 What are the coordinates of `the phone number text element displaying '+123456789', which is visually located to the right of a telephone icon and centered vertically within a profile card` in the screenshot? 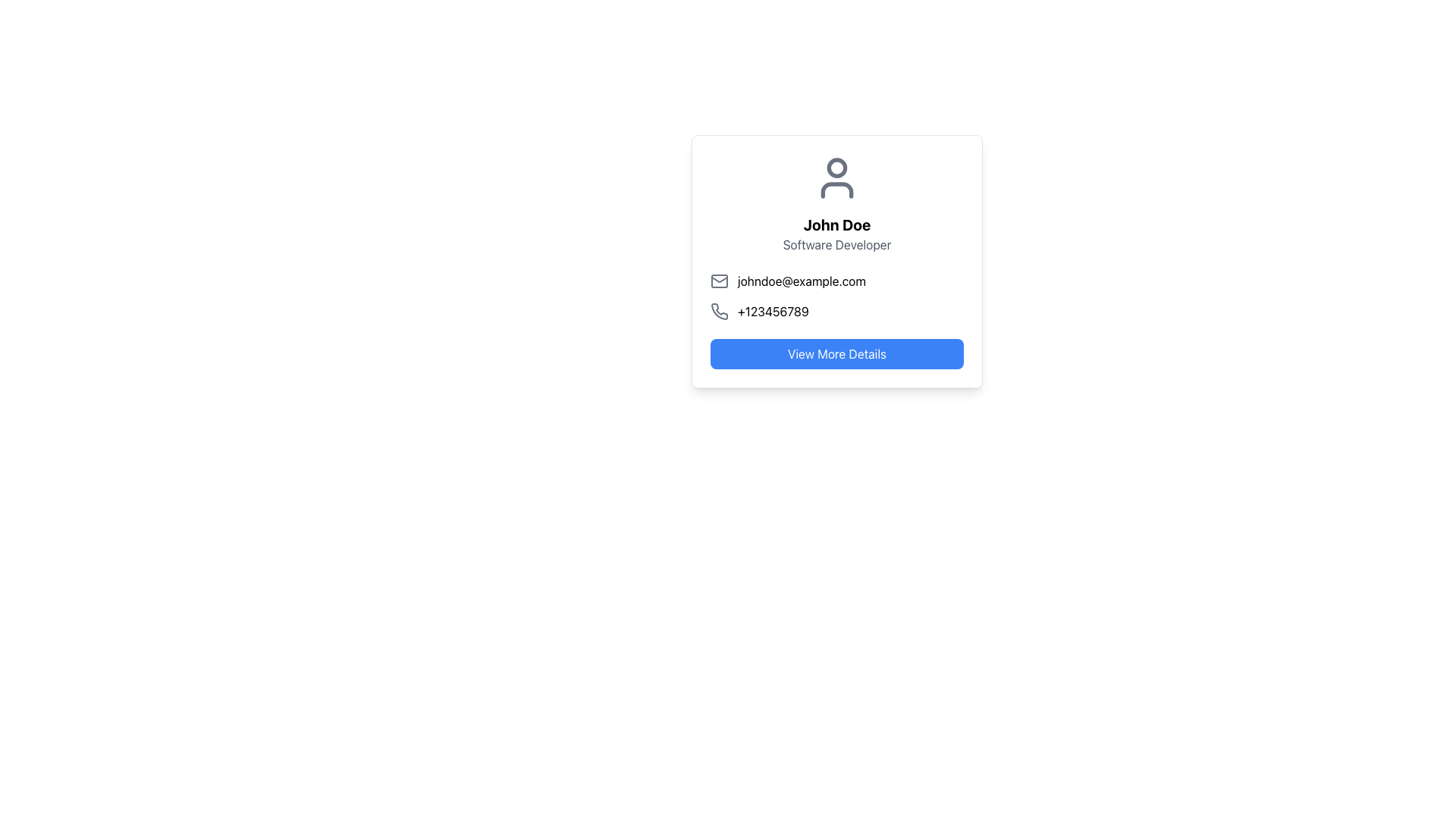 It's located at (773, 311).